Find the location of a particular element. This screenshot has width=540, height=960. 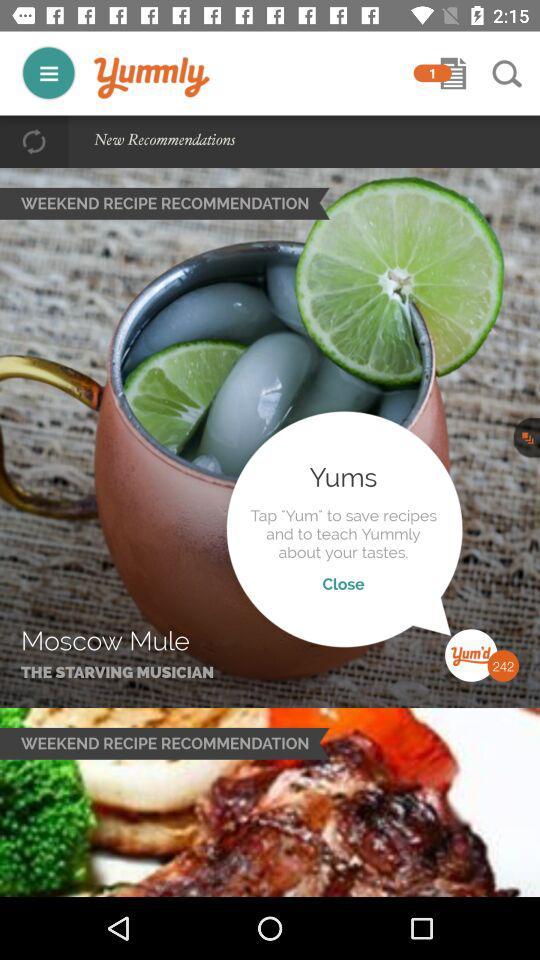

yummly recipes is located at coordinates (48, 73).